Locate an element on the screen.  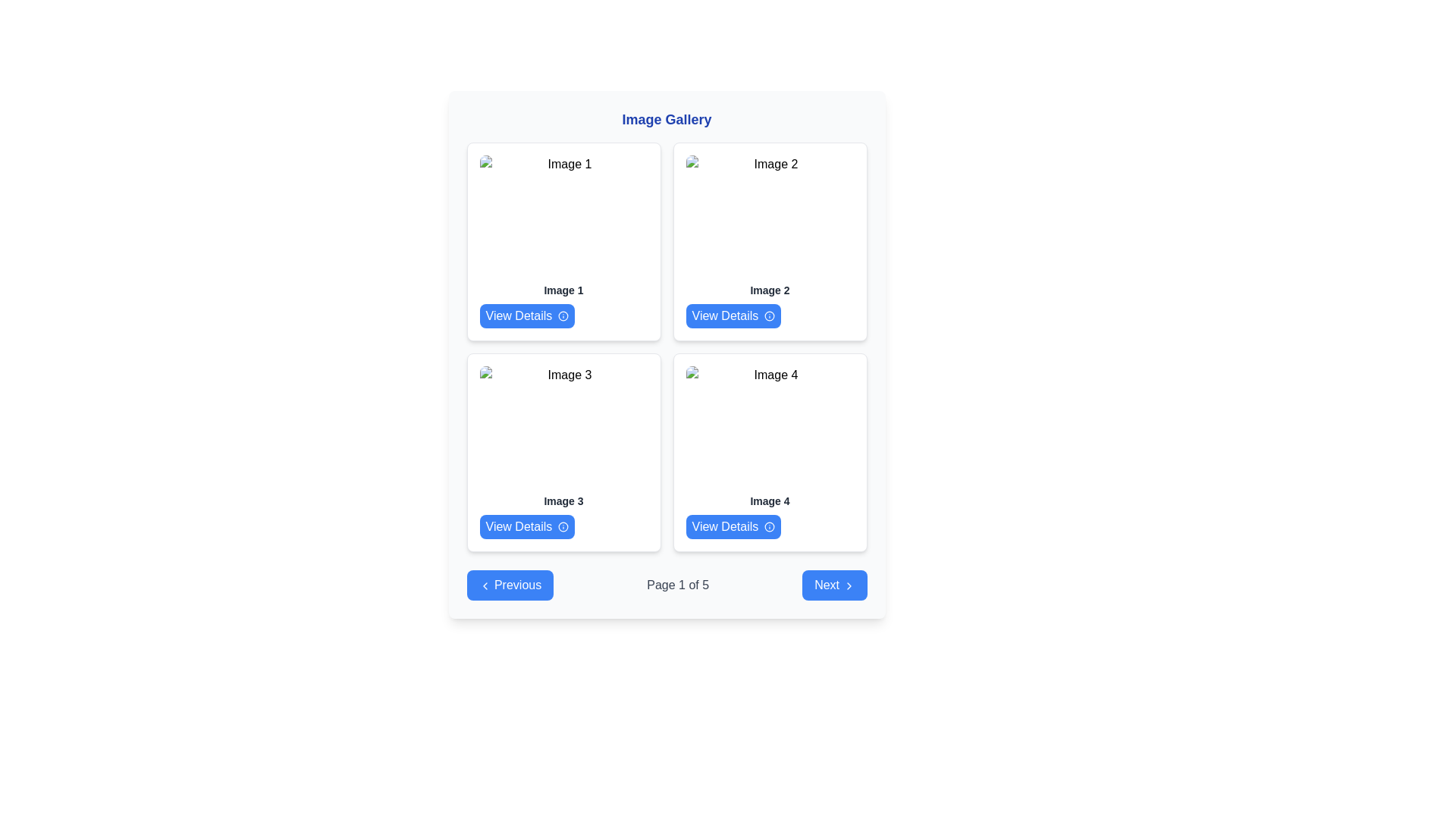
image source of the image element with placeholder text '1' located in the first card of the grid gallery layout, positioned above the title 'Image 1' and the 'View Details' button is located at coordinates (563, 216).